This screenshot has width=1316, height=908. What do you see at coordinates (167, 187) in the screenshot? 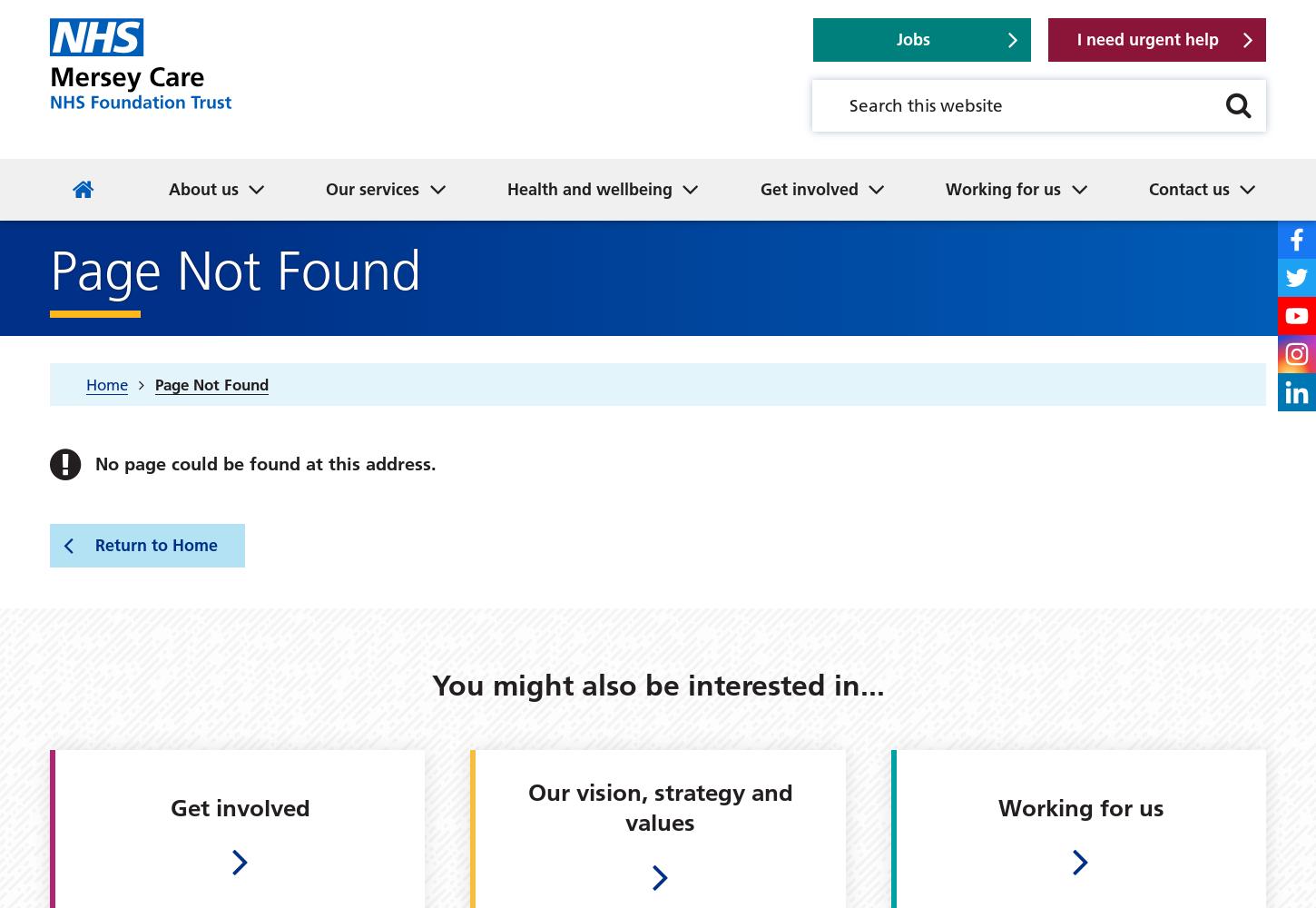
I see `'About us'` at bounding box center [167, 187].